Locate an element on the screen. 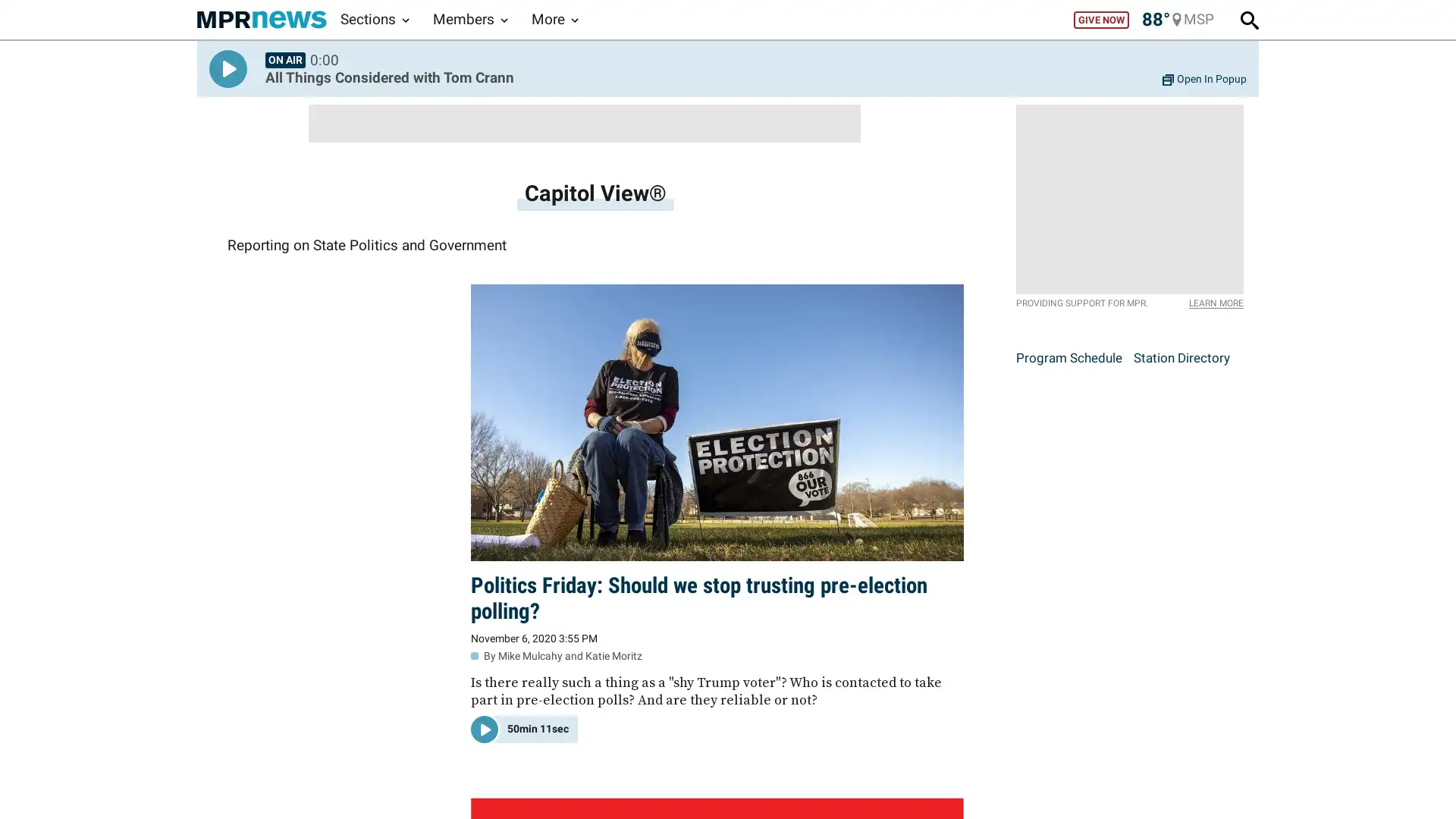 Image resolution: width=1456 pixels, height=819 pixels. Play is located at coordinates (227, 69).